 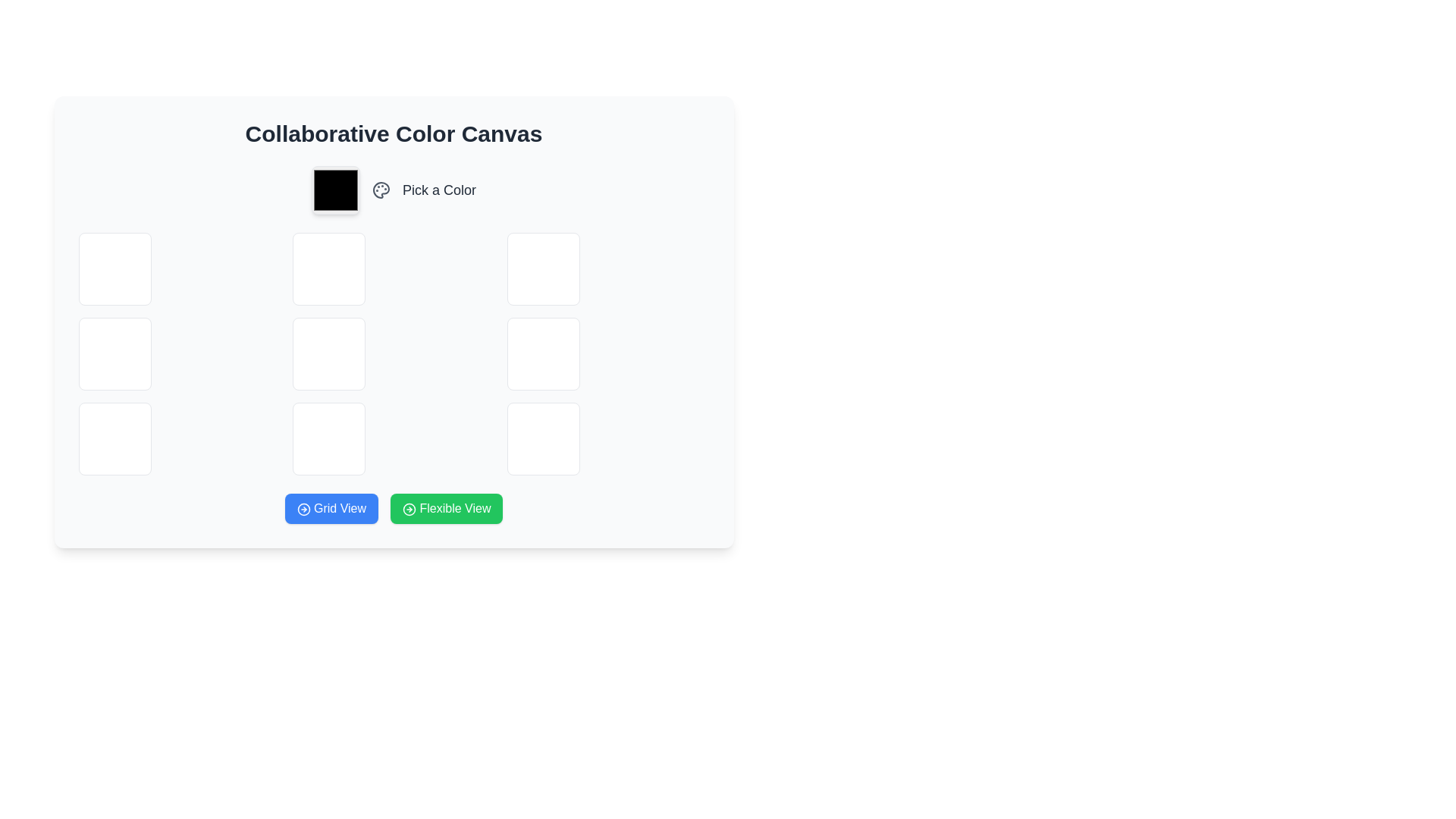 I want to click on the blue 'Grid View' button with white text and a right-pointing arrow icon to switch to grid view, so click(x=331, y=509).